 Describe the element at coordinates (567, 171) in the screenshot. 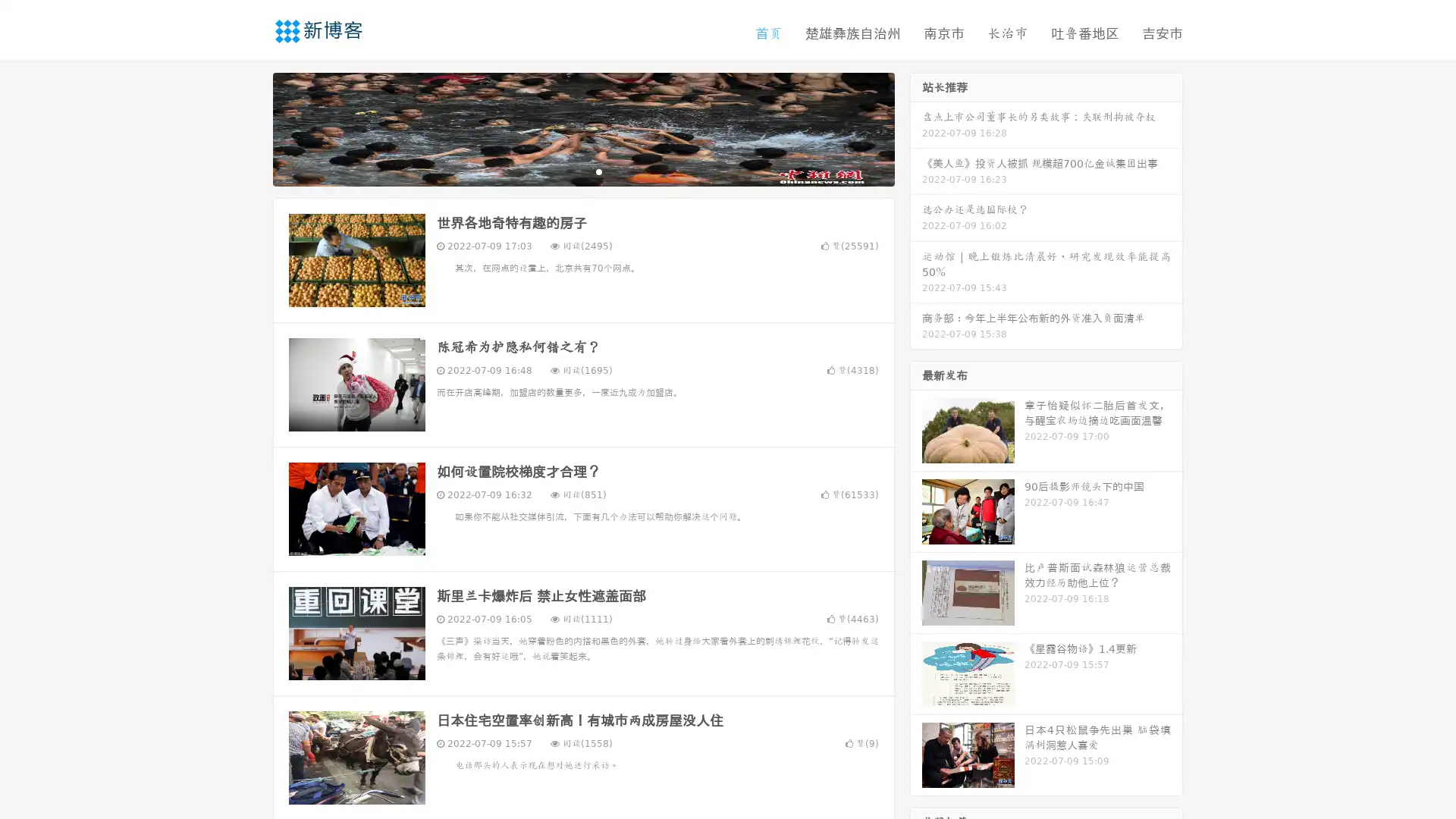

I see `Go to slide 1` at that location.